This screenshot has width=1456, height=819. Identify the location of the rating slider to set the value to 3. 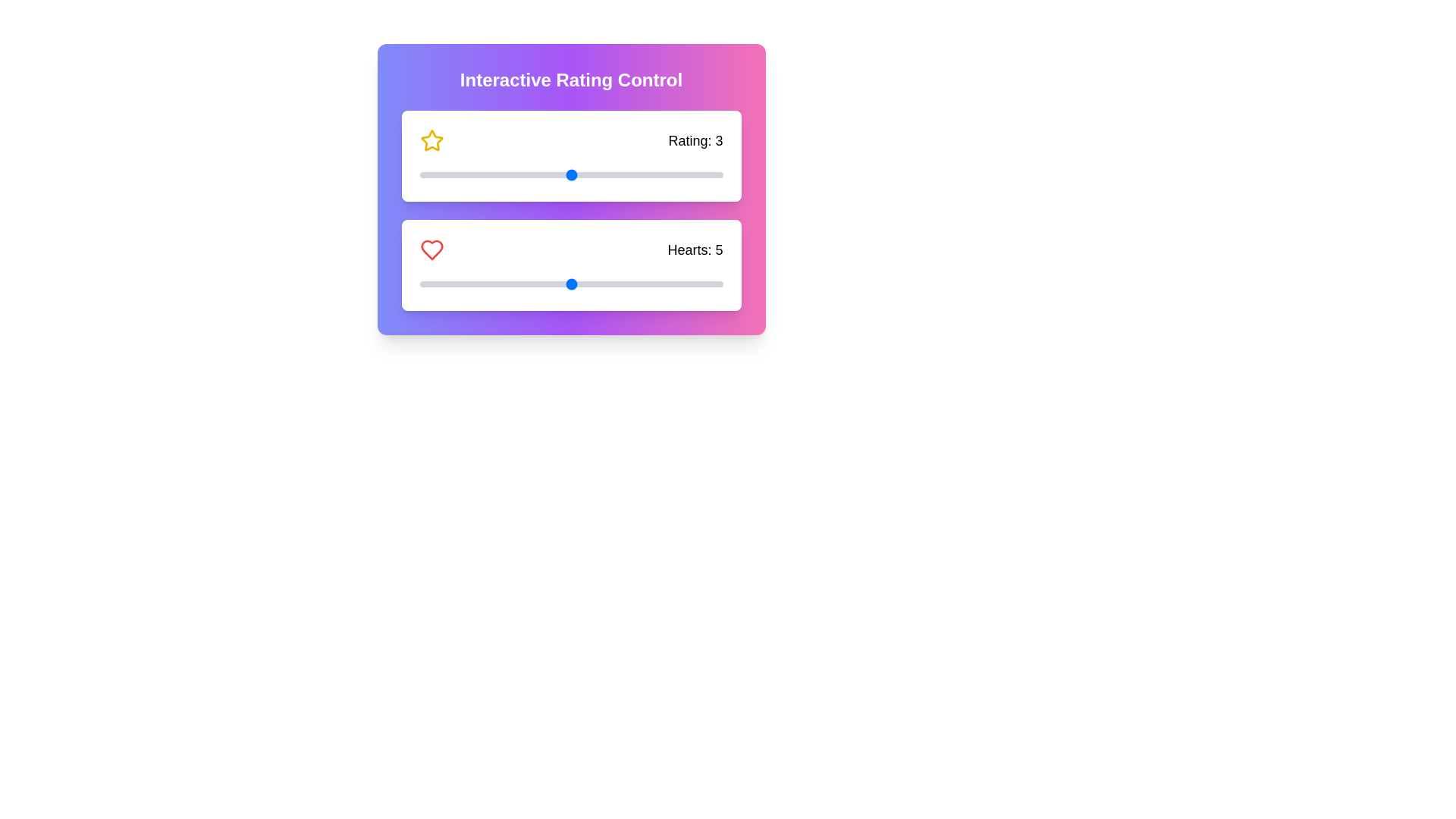
(570, 174).